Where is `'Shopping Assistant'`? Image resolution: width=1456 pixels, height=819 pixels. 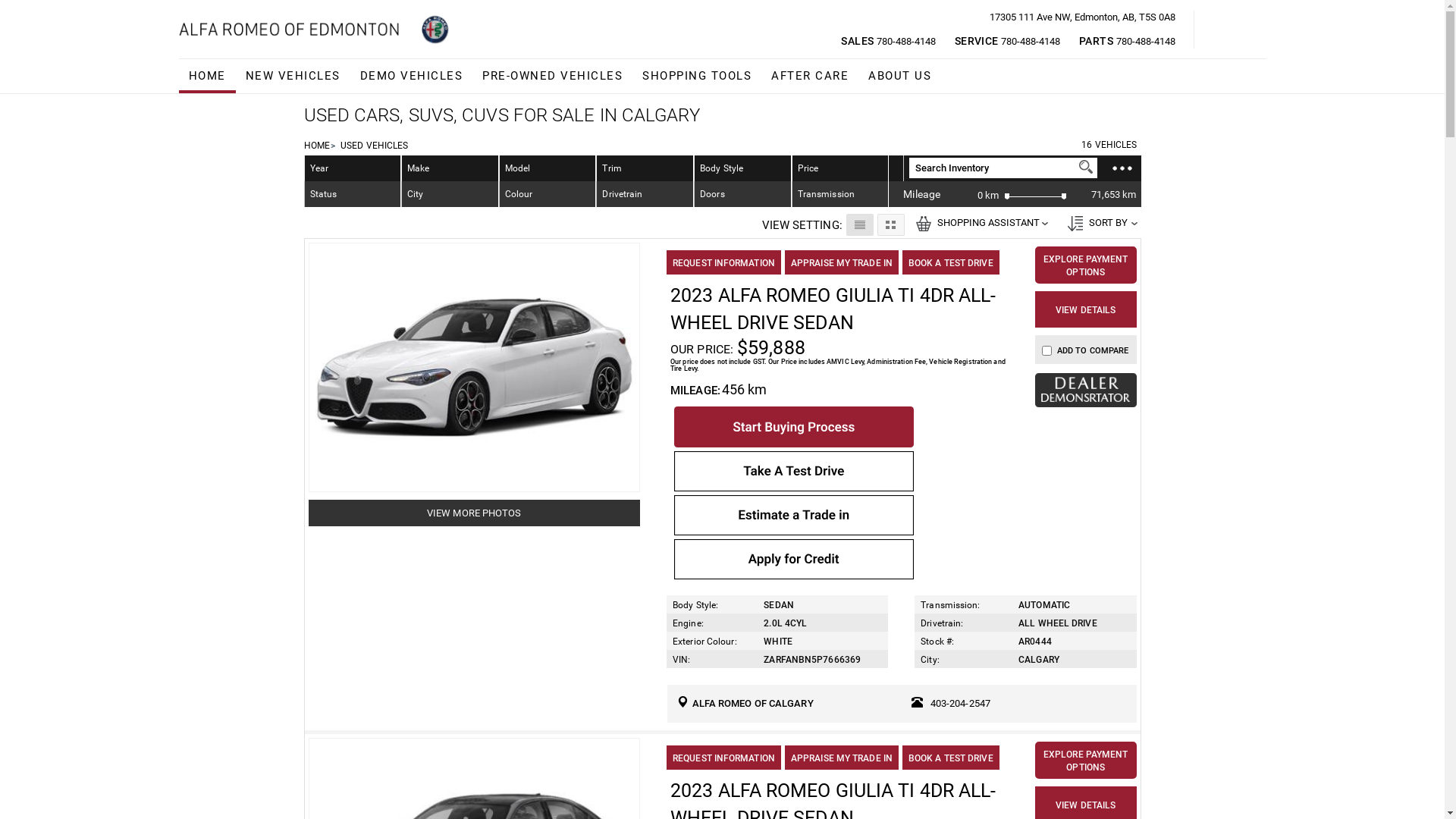
'Shopping Assistant' is located at coordinates (923, 223).